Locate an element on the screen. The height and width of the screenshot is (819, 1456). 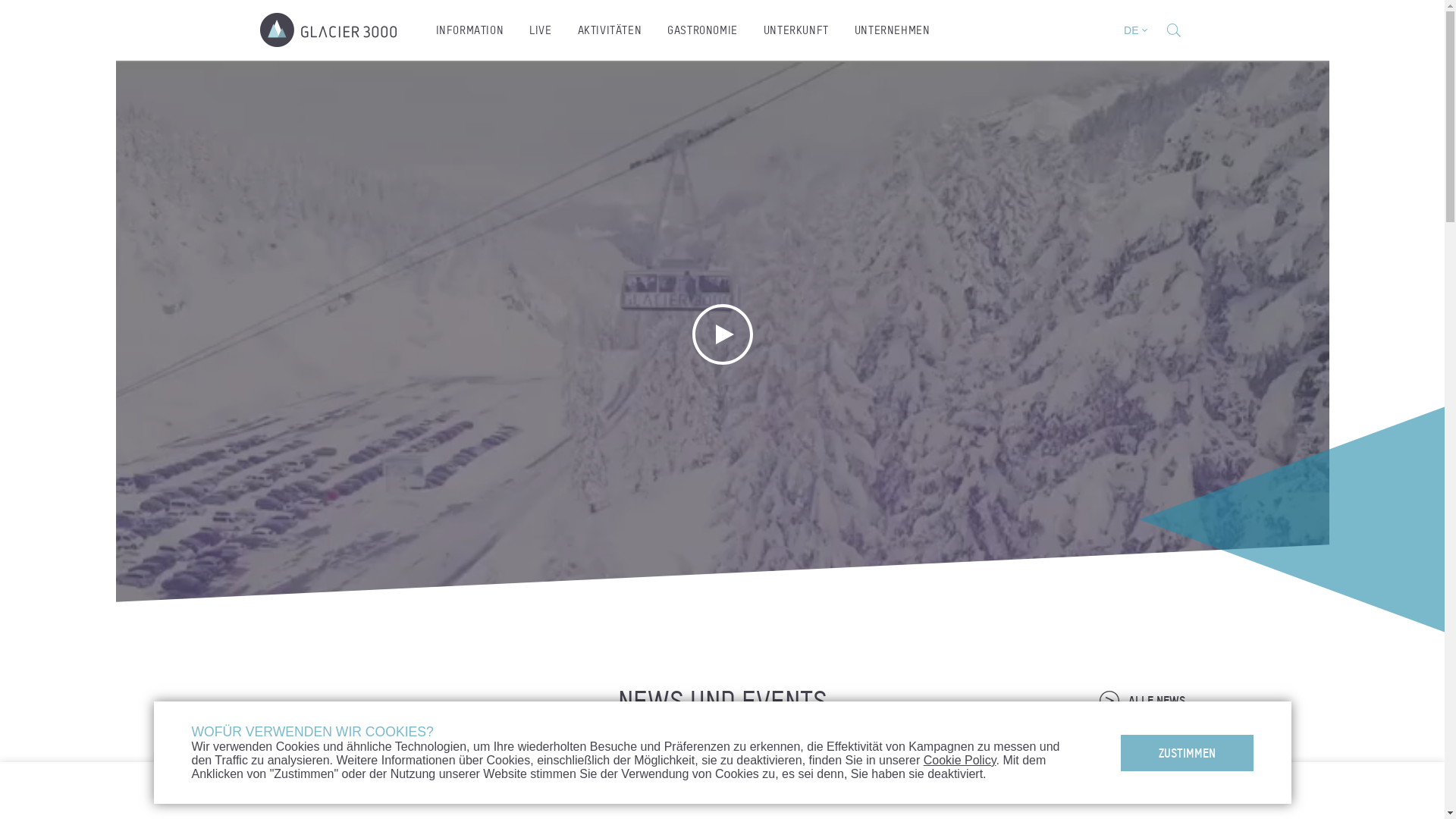
'GASTRONOMIE' is located at coordinates (701, 30).